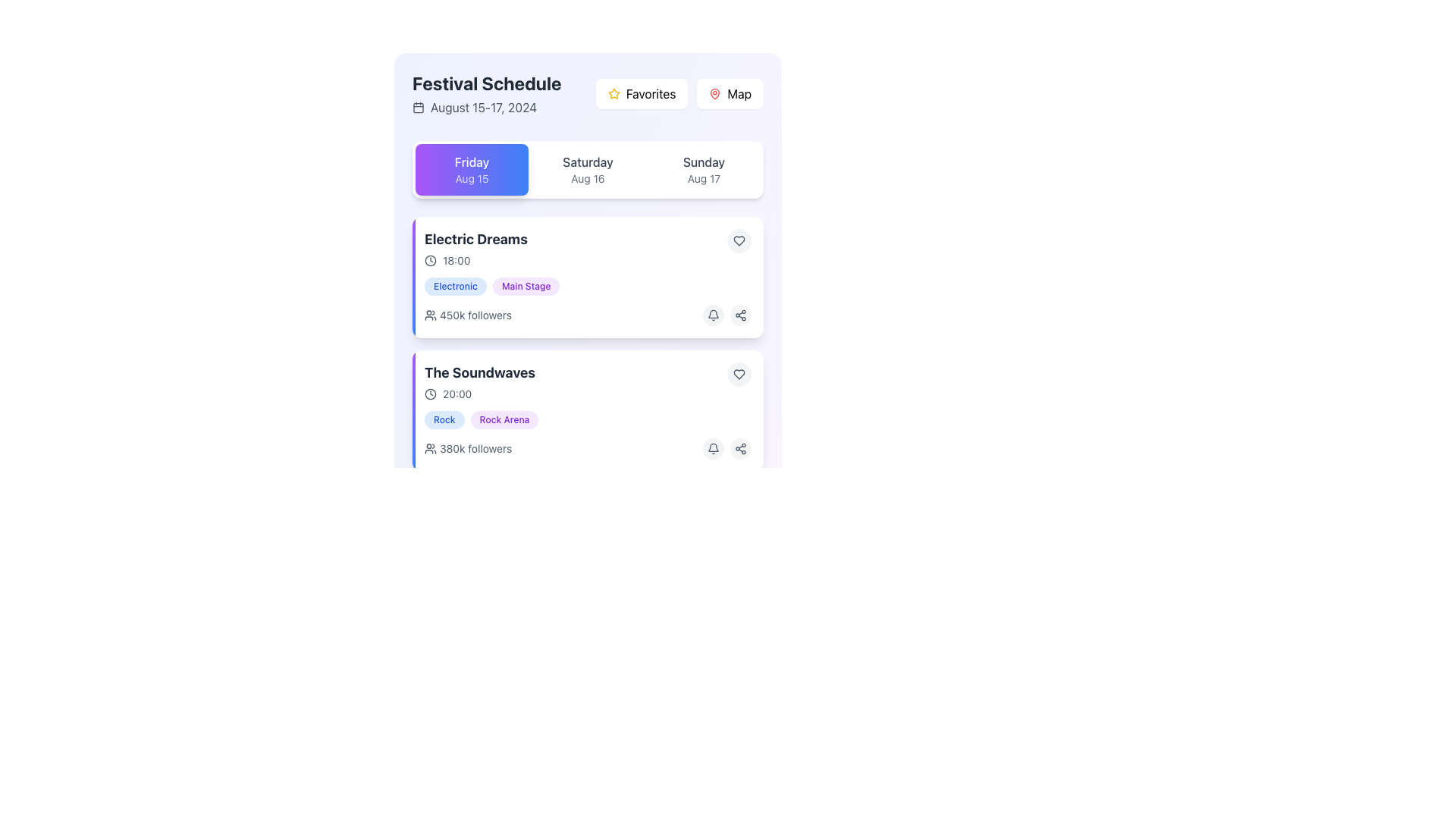 The width and height of the screenshot is (1456, 819). What do you see at coordinates (429, 394) in the screenshot?
I see `SVG Circle graphic representing the clock face in the Friday schedule section of the application using developer tools` at bounding box center [429, 394].